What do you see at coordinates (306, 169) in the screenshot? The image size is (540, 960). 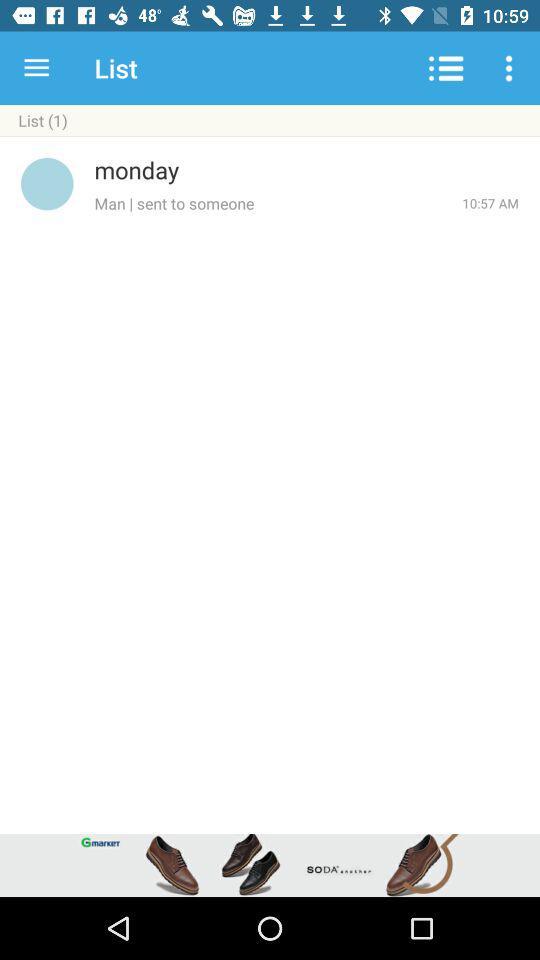 I see `the icon above man sent to item` at bounding box center [306, 169].